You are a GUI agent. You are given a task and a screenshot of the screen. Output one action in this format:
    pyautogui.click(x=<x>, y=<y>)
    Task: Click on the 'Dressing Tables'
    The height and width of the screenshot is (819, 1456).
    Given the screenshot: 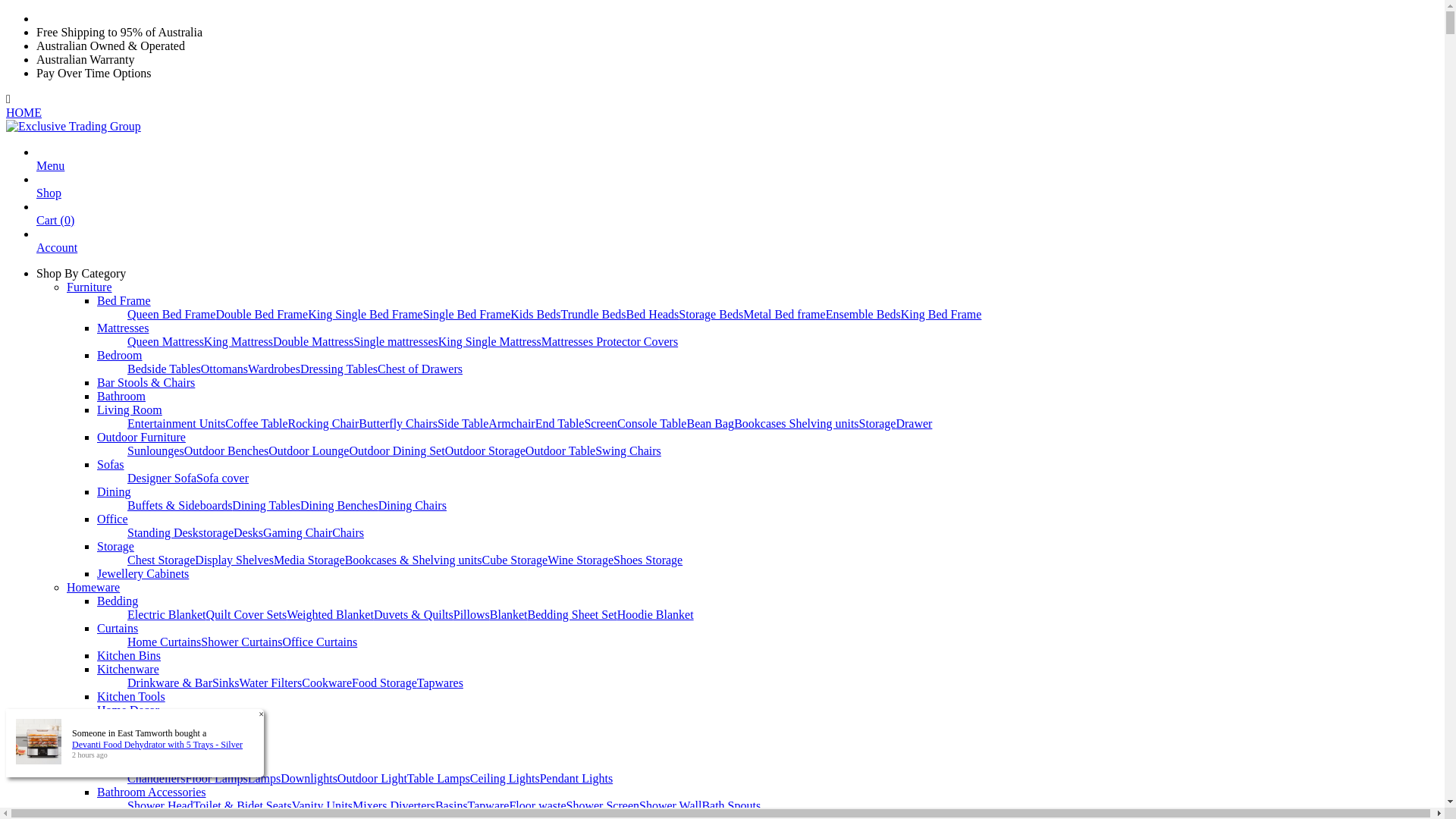 What is the action you would take?
    pyautogui.click(x=337, y=369)
    